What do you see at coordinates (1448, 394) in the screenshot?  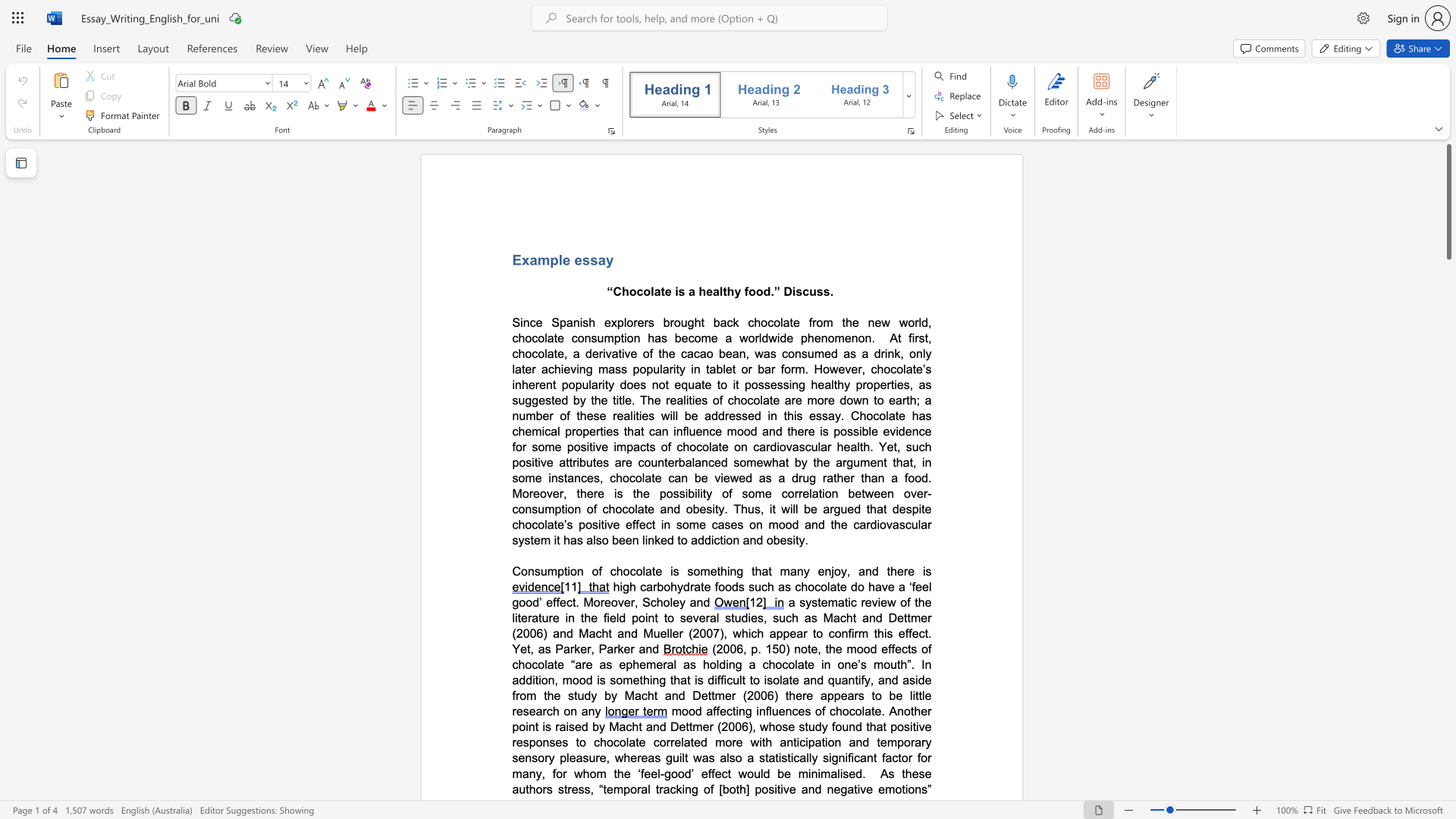 I see `the page's right scrollbar for downward movement` at bounding box center [1448, 394].